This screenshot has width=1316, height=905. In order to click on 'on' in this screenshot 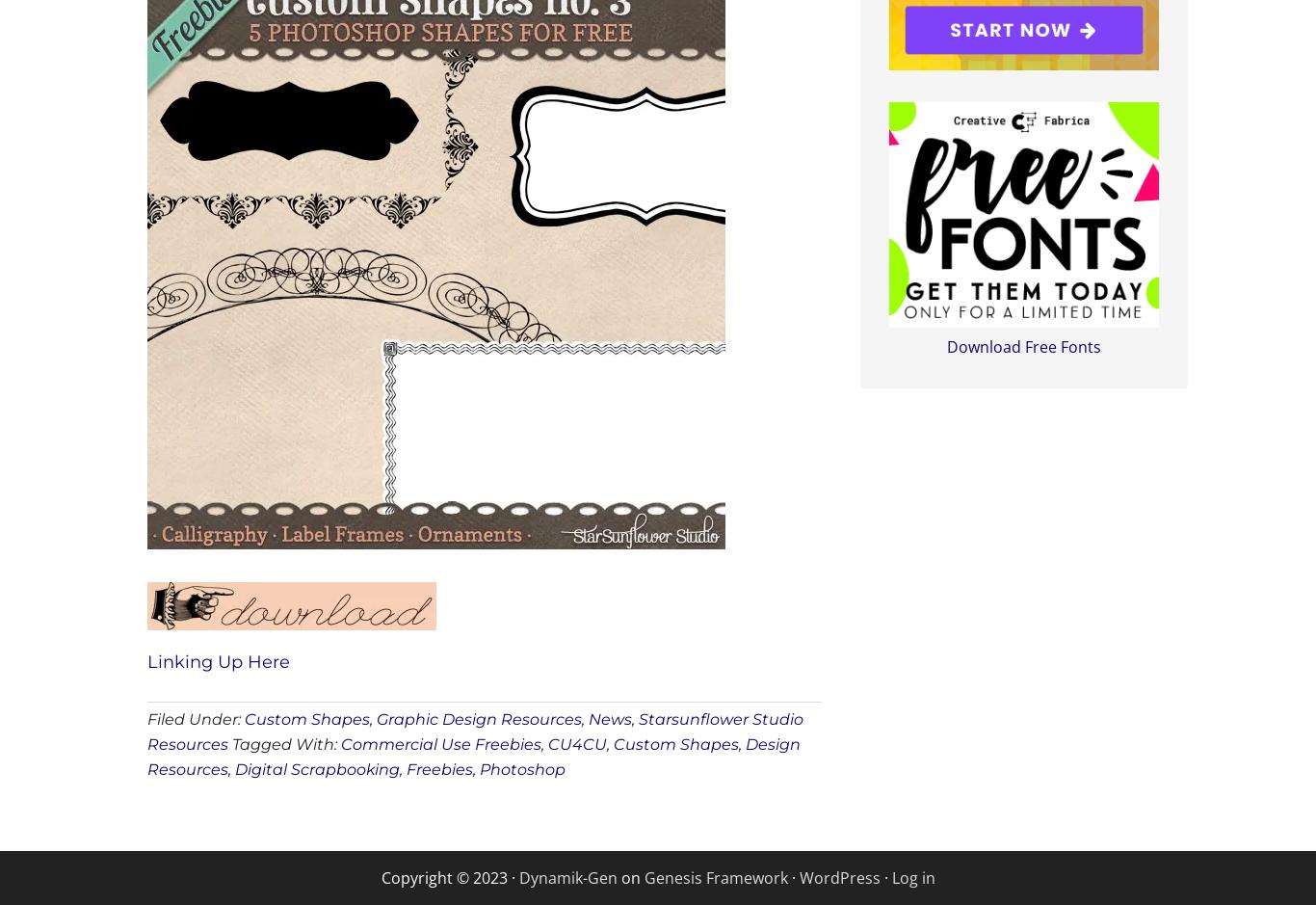, I will do `click(629, 875)`.